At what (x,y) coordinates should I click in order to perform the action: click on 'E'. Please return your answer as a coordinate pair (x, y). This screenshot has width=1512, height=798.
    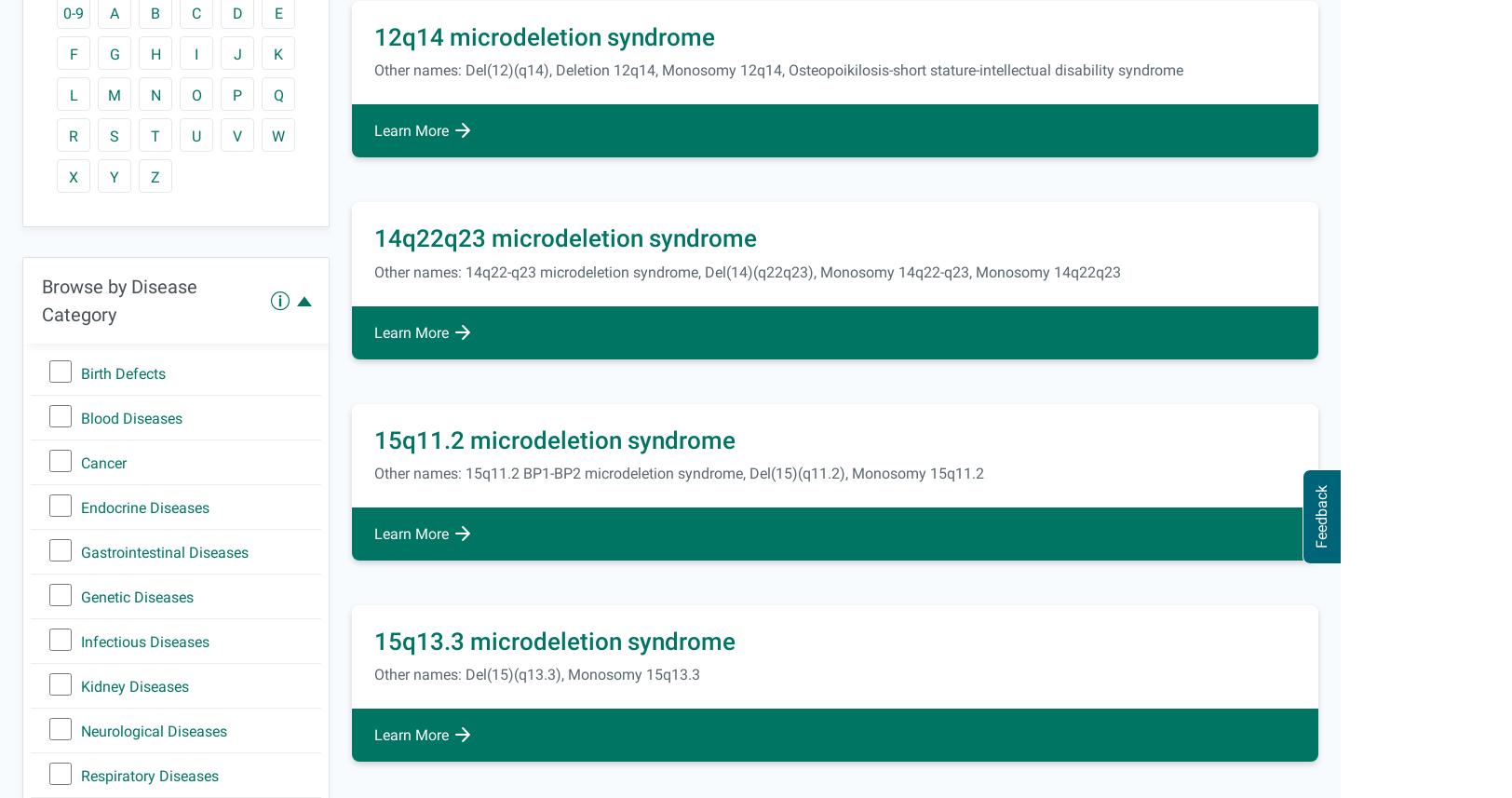
    Looking at the image, I should click on (277, 13).